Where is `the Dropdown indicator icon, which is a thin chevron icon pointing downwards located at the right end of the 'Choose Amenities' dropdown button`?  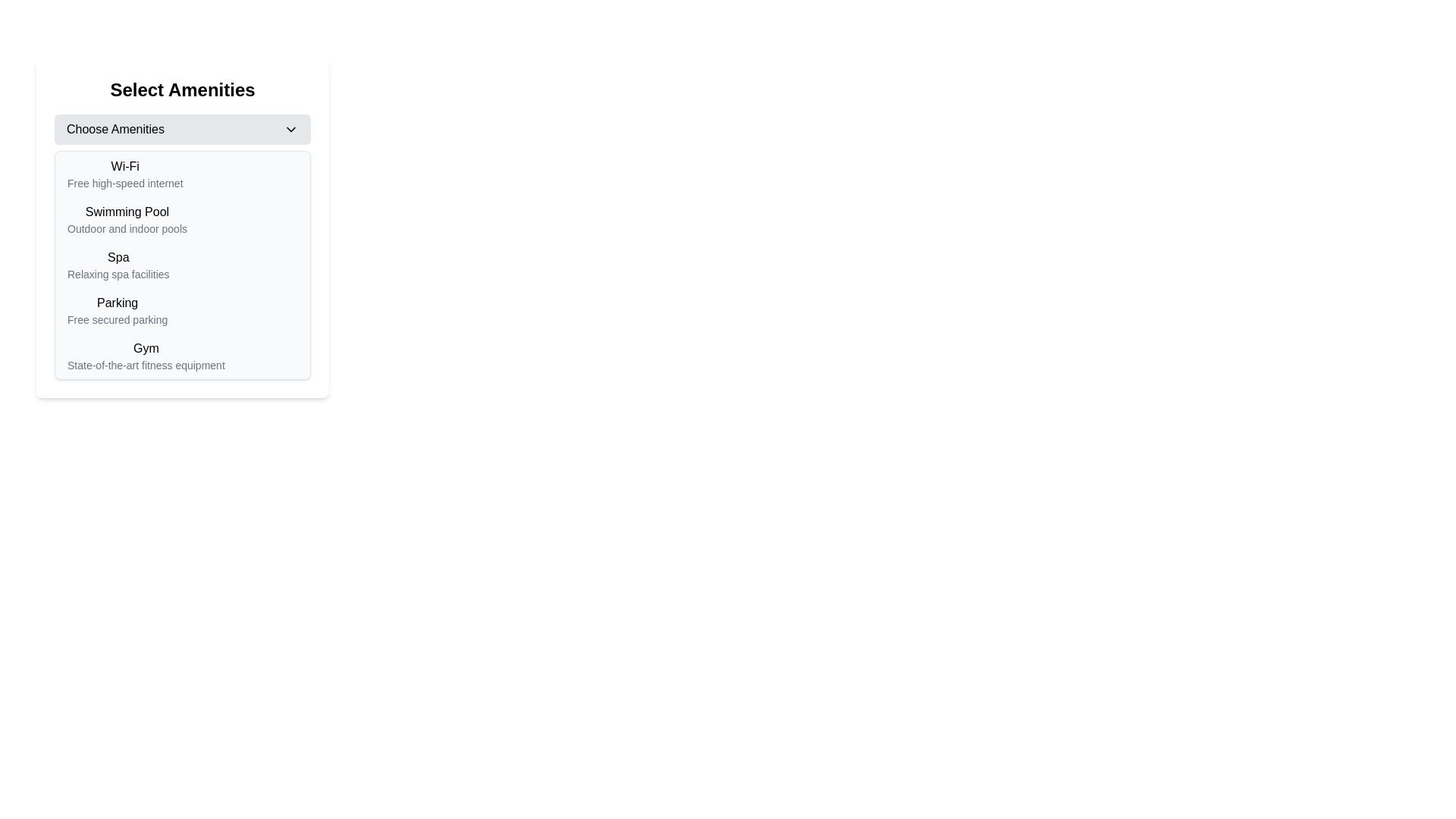
the Dropdown indicator icon, which is a thin chevron icon pointing downwards located at the right end of the 'Choose Amenities' dropdown button is located at coordinates (291, 128).